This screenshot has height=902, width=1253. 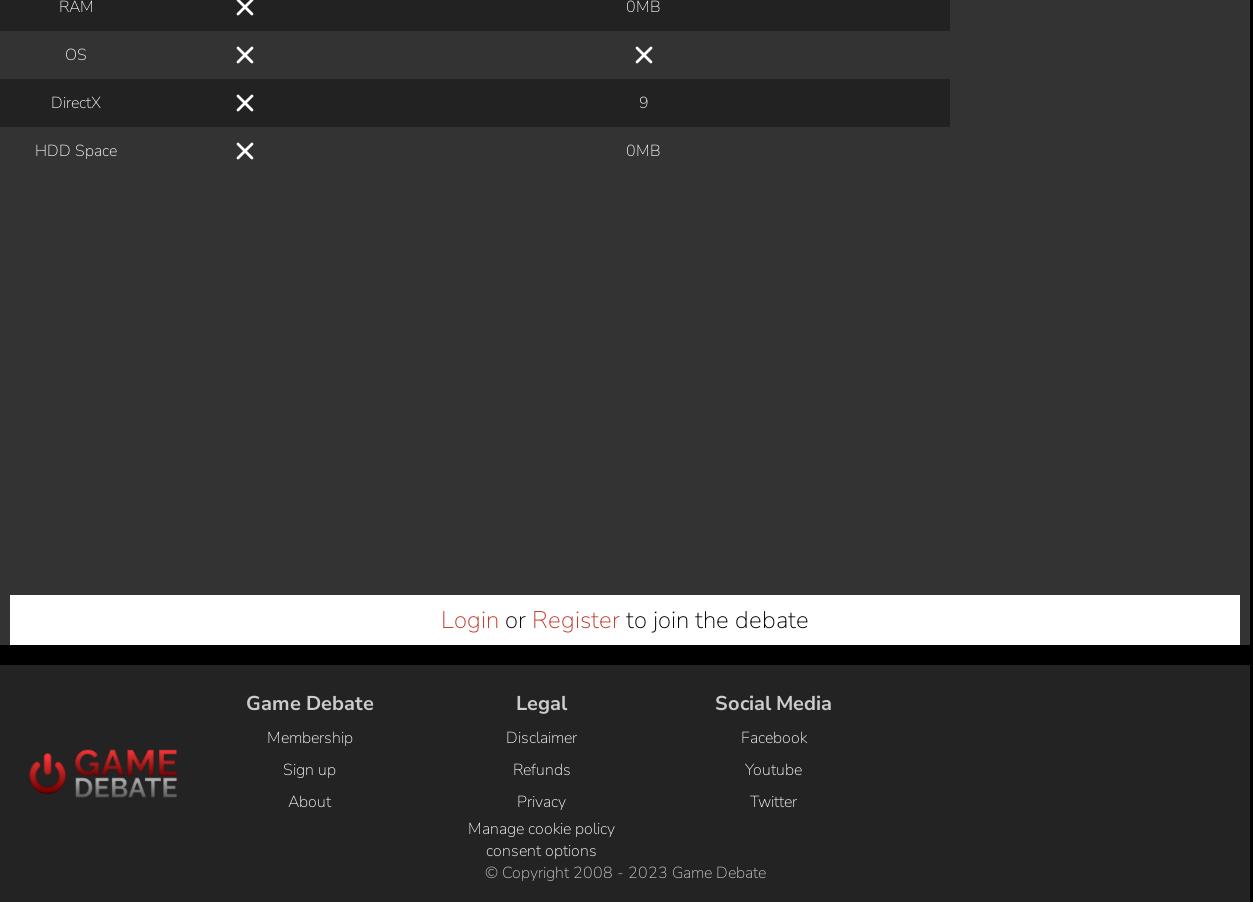 What do you see at coordinates (772, 45) in the screenshot?
I see `'Facebook'` at bounding box center [772, 45].